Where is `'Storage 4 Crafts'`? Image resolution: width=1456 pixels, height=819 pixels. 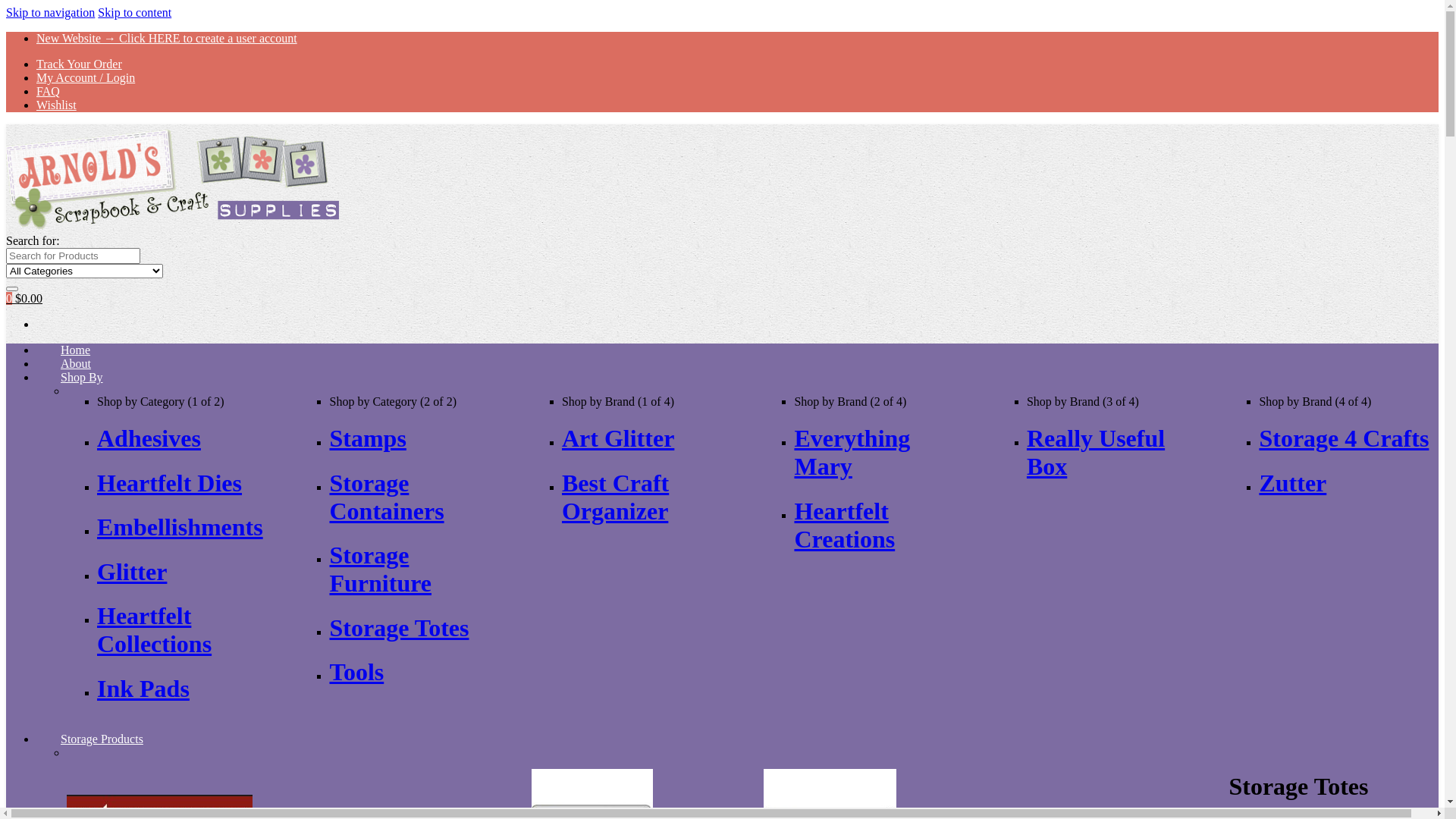 'Storage 4 Crafts' is located at coordinates (1343, 438).